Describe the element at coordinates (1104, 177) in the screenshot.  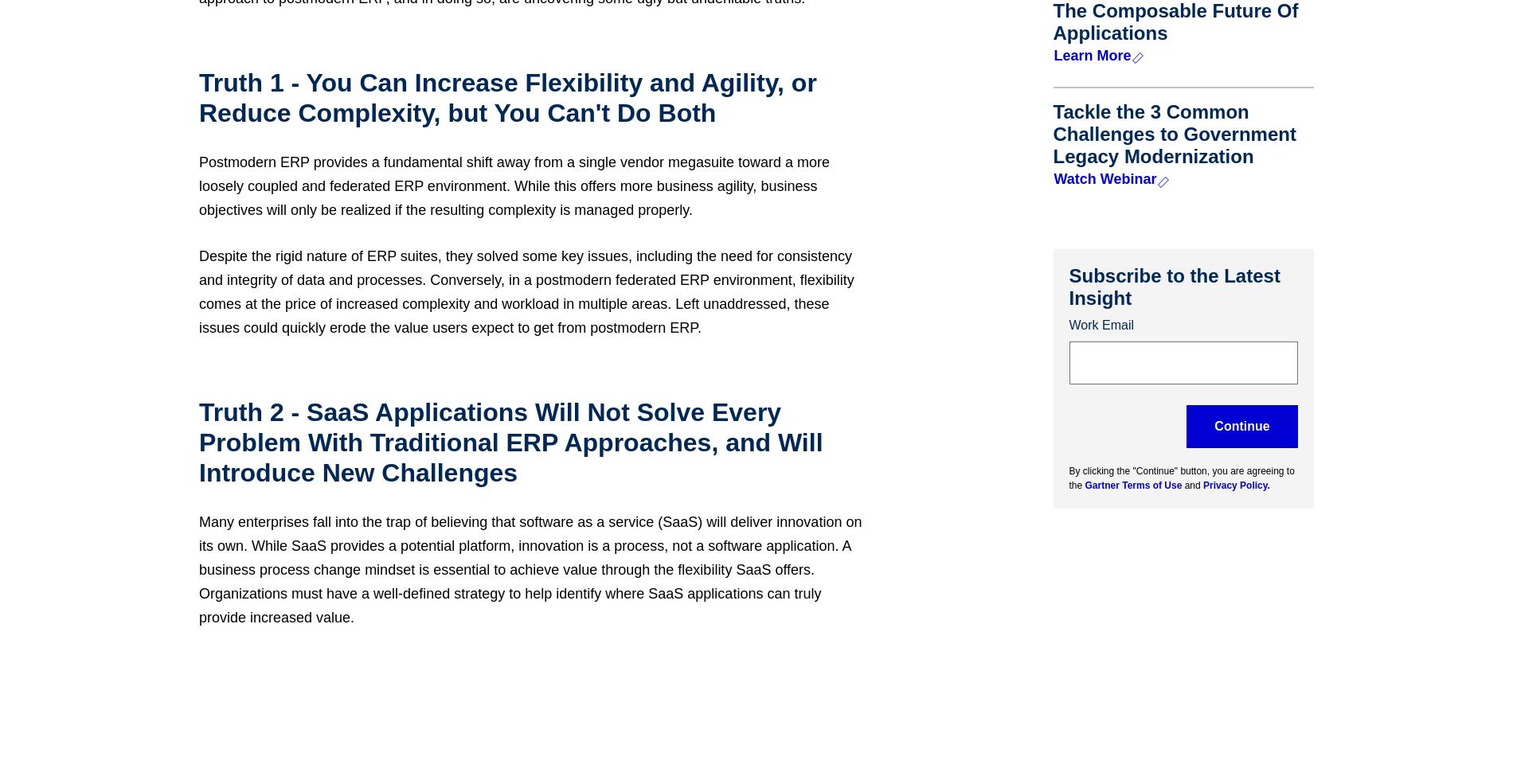
I see `'Watch Webinar'` at that location.